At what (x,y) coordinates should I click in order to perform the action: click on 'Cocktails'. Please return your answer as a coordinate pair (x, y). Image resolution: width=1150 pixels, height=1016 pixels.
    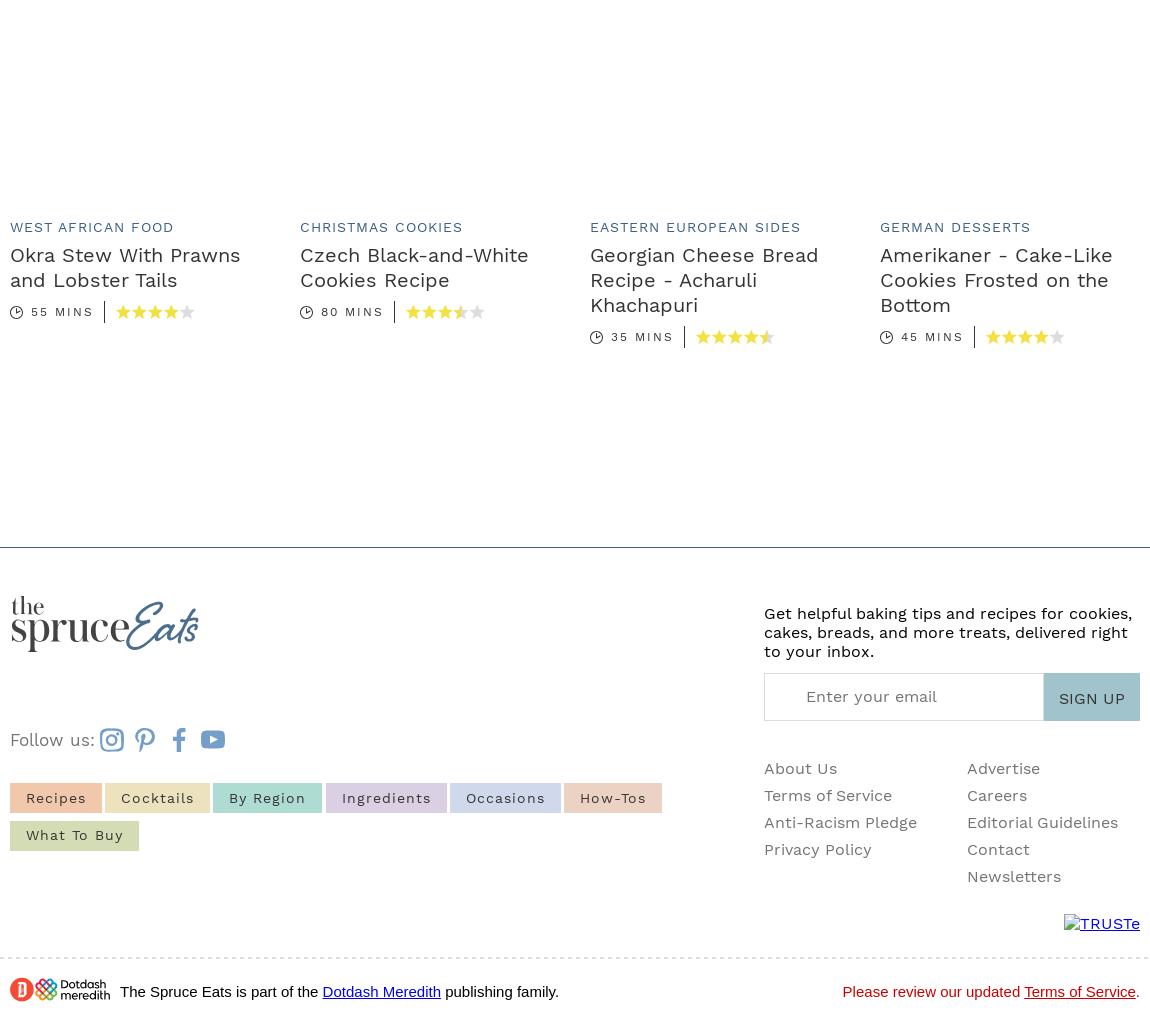
    Looking at the image, I should click on (156, 795).